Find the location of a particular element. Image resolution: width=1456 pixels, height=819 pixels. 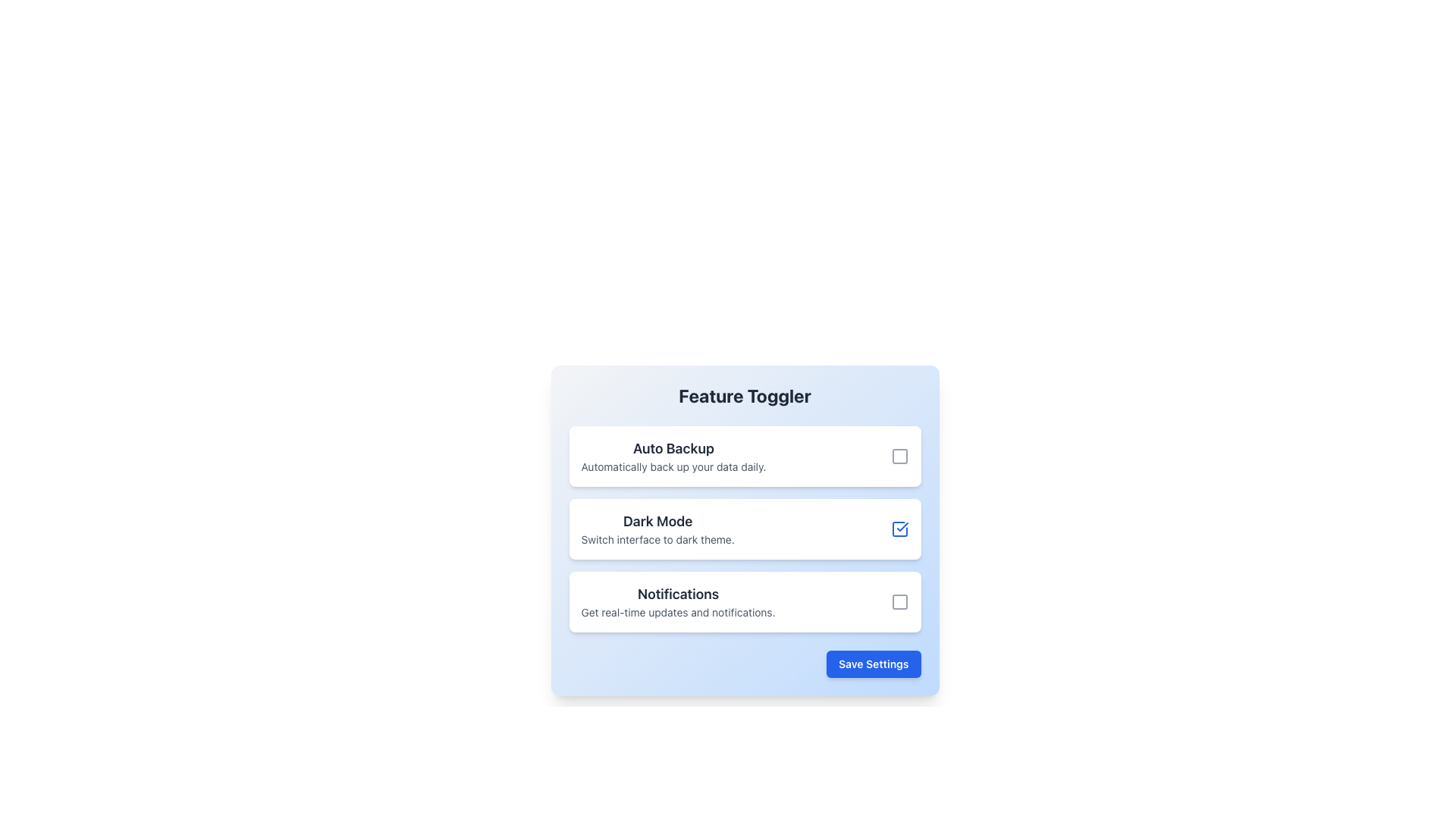

the descriptive label explaining the purpose of enabling the 'Dark Mode' option, which is located directly below the 'Dark Mode' text in the toggler options list is located at coordinates (657, 539).